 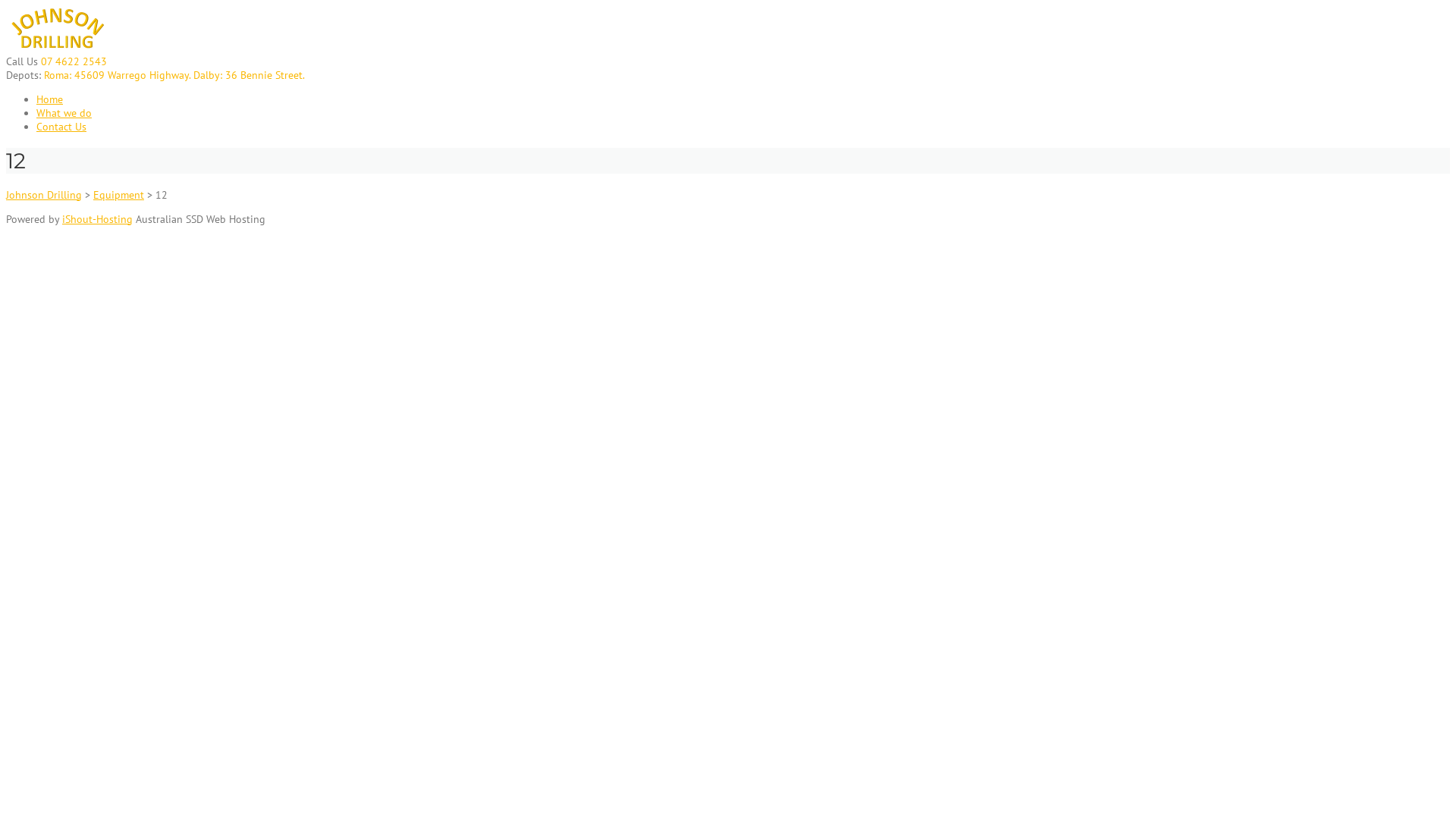 I want to click on 'Home', so click(x=49, y=99).